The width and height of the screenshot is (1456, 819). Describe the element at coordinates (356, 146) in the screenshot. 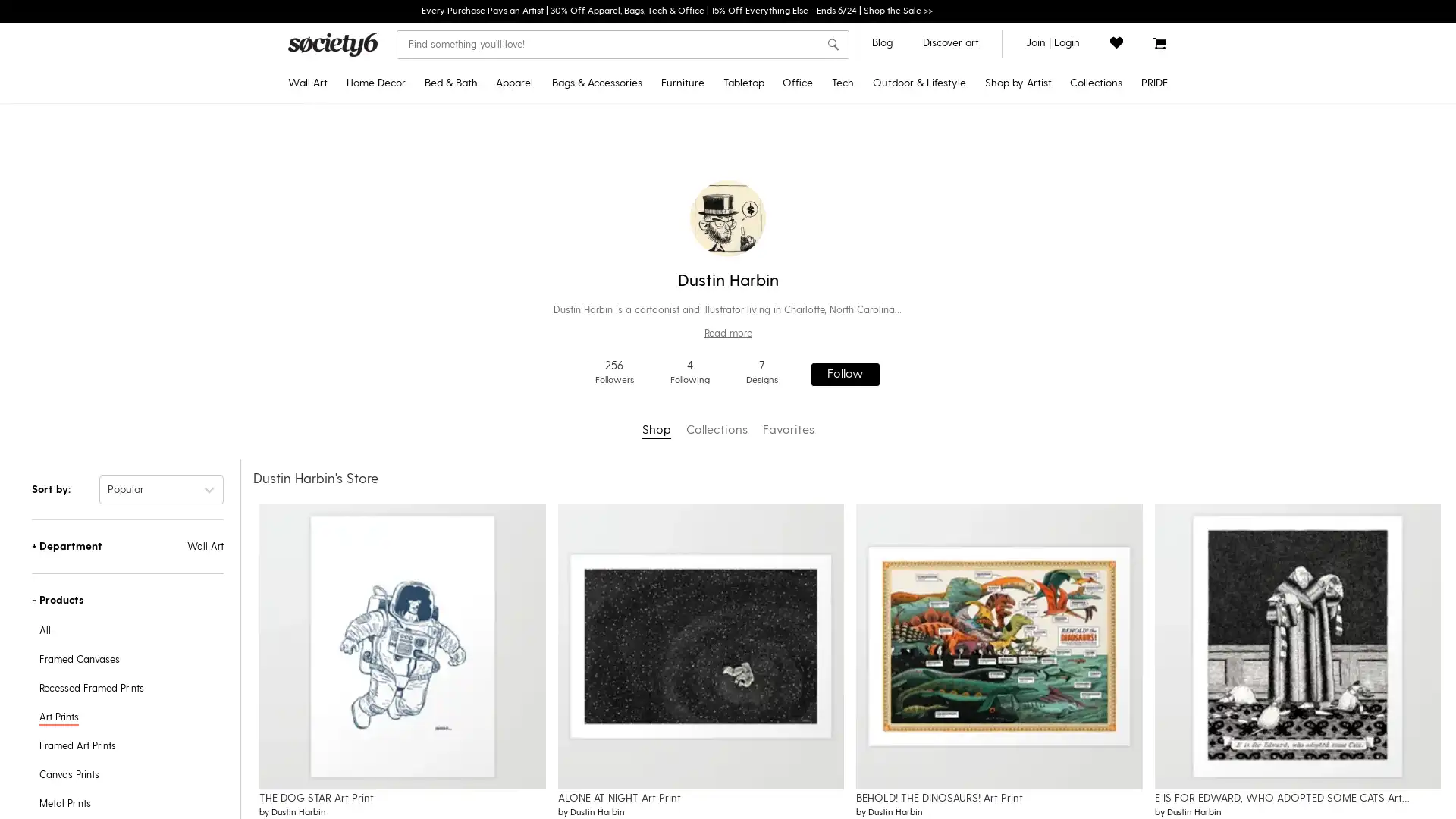

I see `Framed Art Prints` at that location.